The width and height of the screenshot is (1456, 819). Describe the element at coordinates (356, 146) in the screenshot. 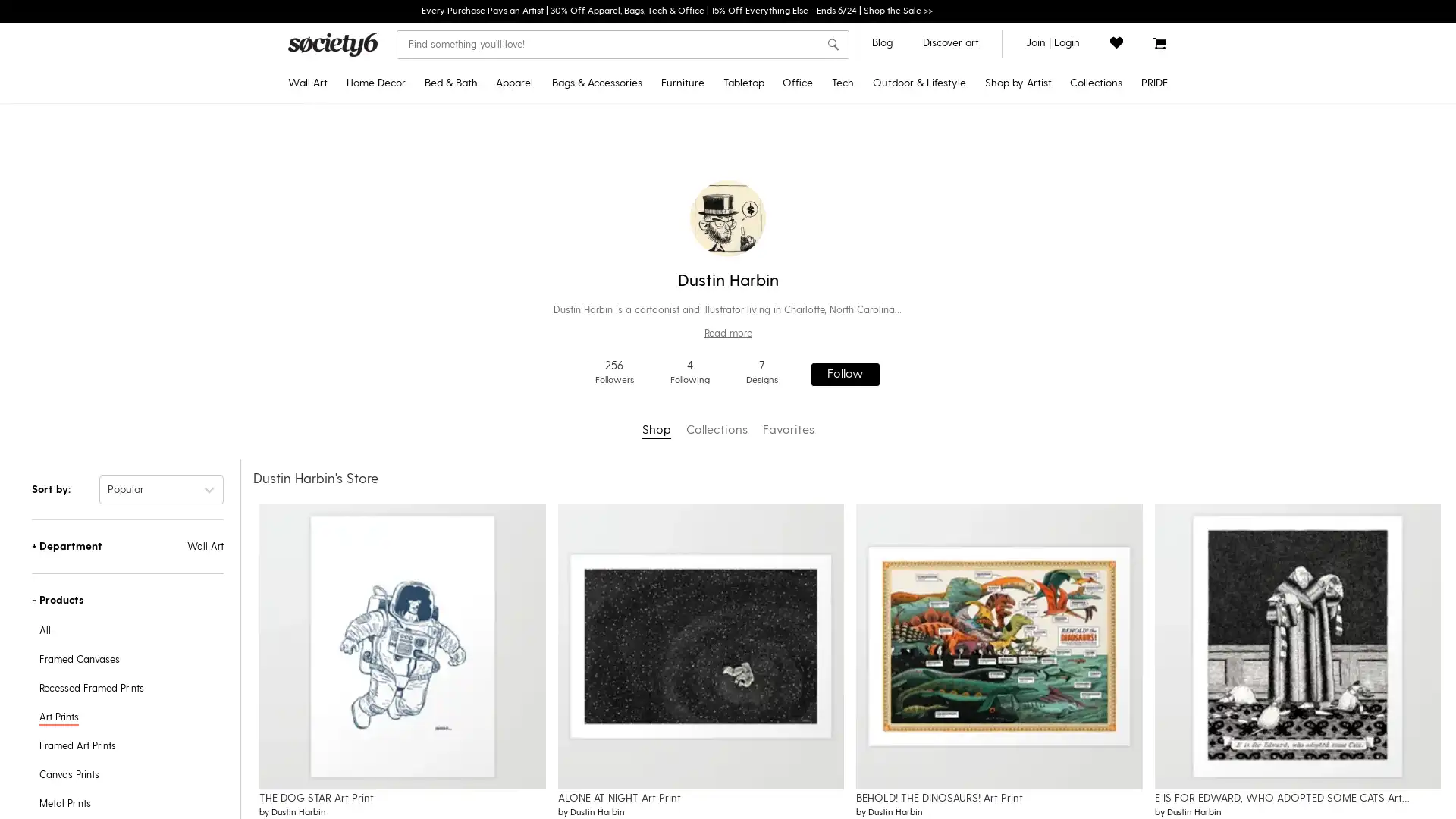

I see `Framed Art Prints` at that location.